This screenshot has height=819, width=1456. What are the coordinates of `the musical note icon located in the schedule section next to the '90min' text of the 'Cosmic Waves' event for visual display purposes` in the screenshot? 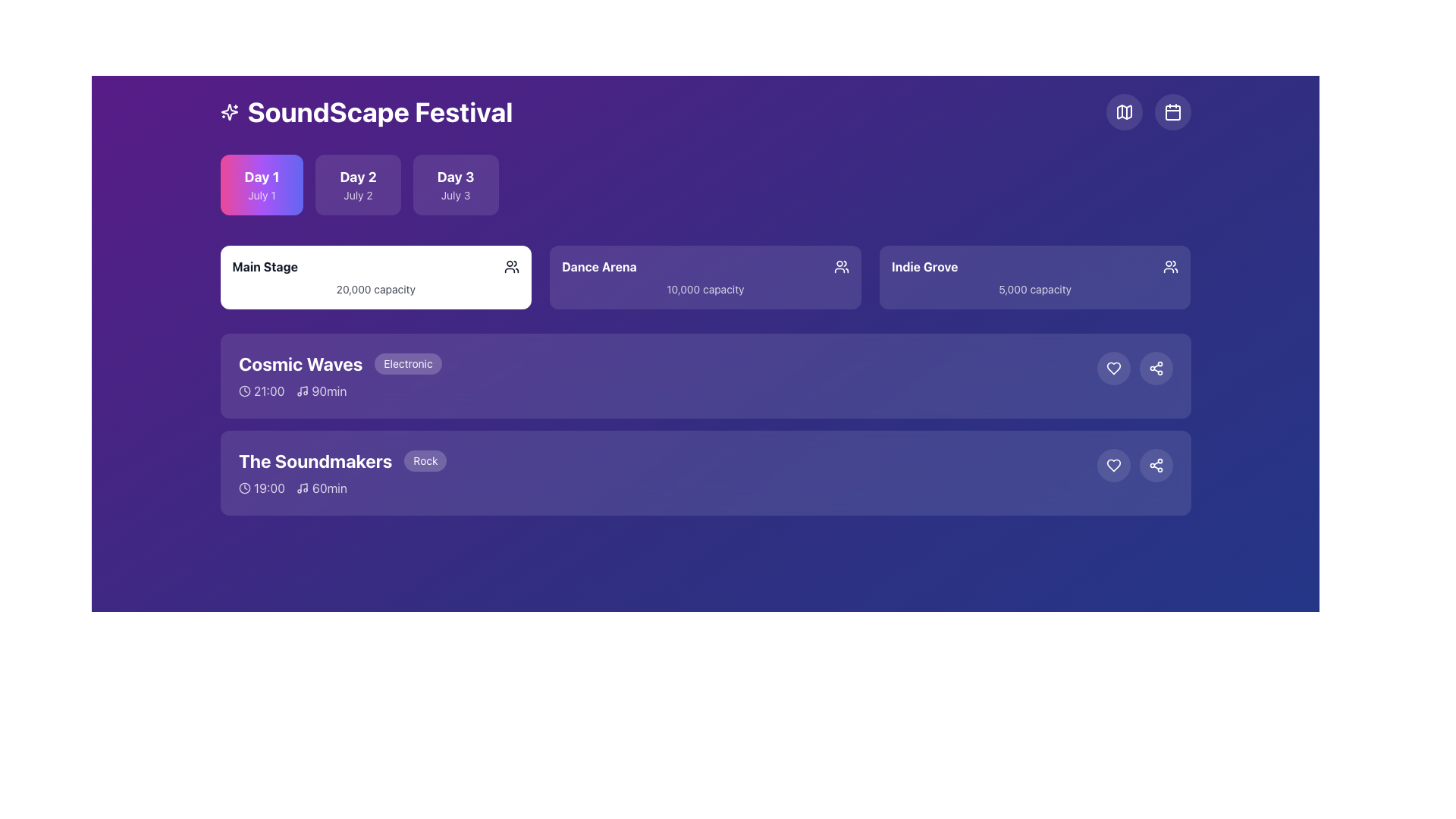 It's located at (302, 391).